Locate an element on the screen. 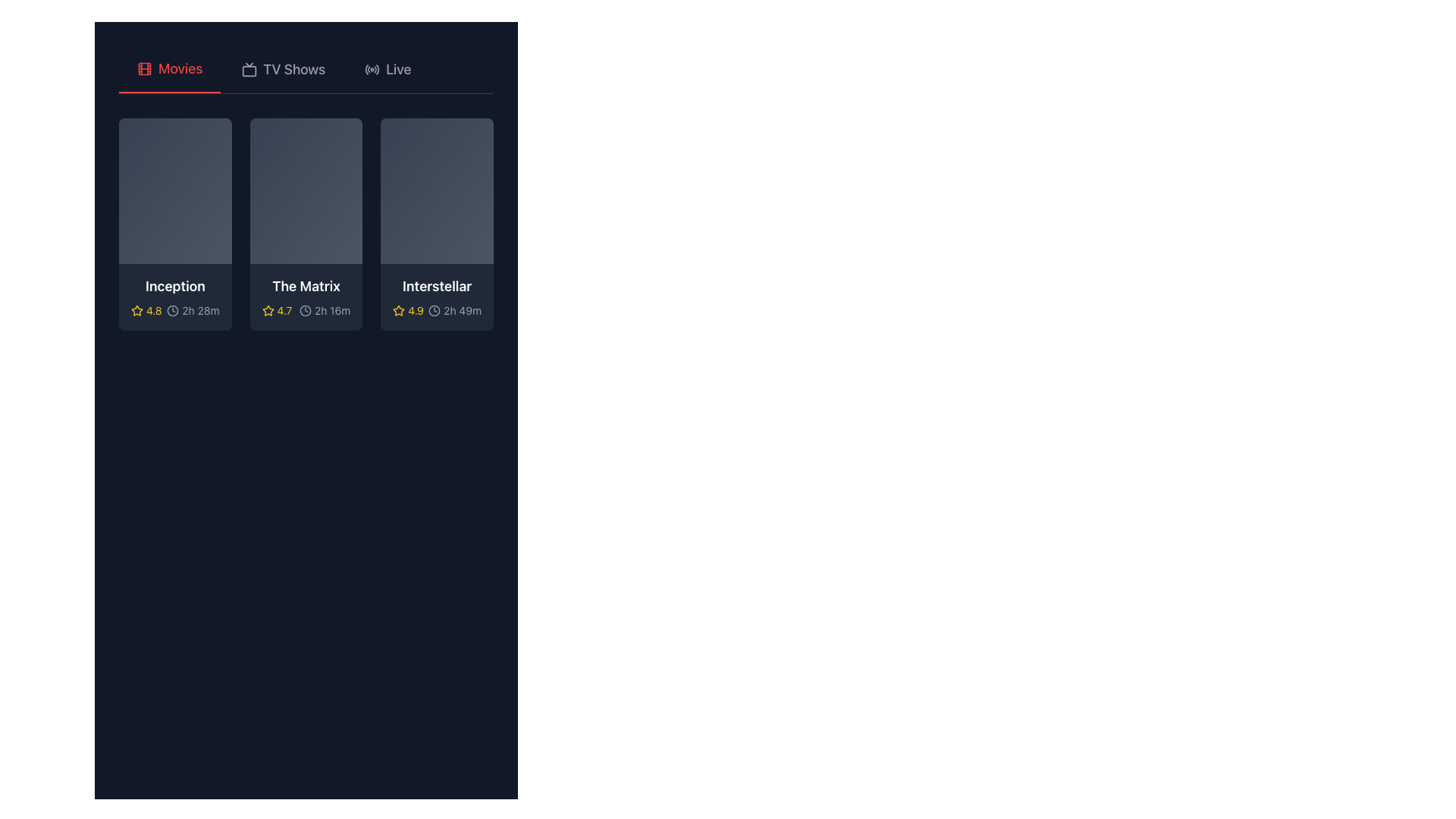 This screenshot has height=819, width=1456. the text label reading 'Inception' which is styled in white color, large font size, and bold formatting, located near the top of the first movie card is located at coordinates (175, 287).